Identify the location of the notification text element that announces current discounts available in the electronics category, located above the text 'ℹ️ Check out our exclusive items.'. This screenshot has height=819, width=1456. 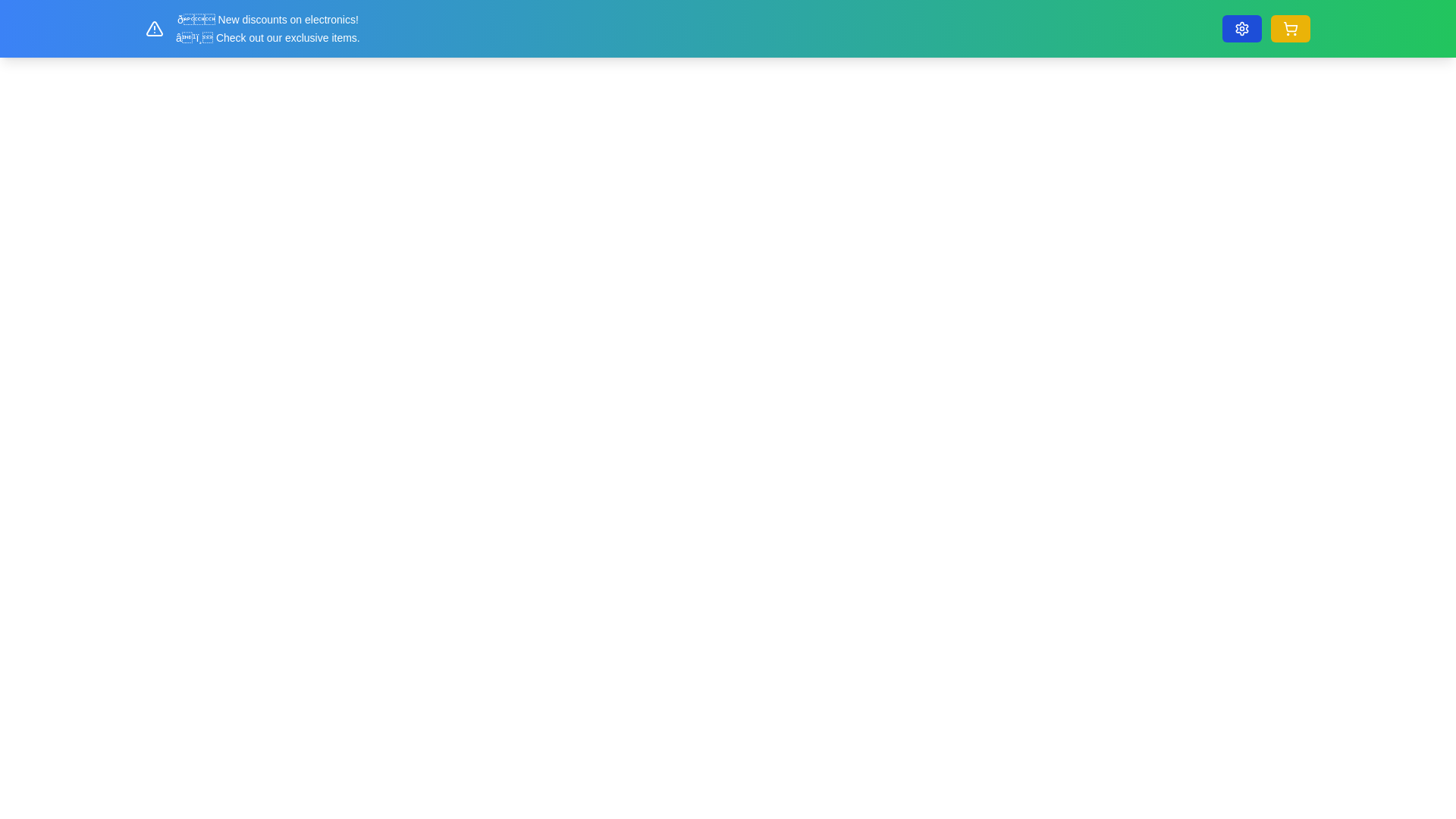
(268, 20).